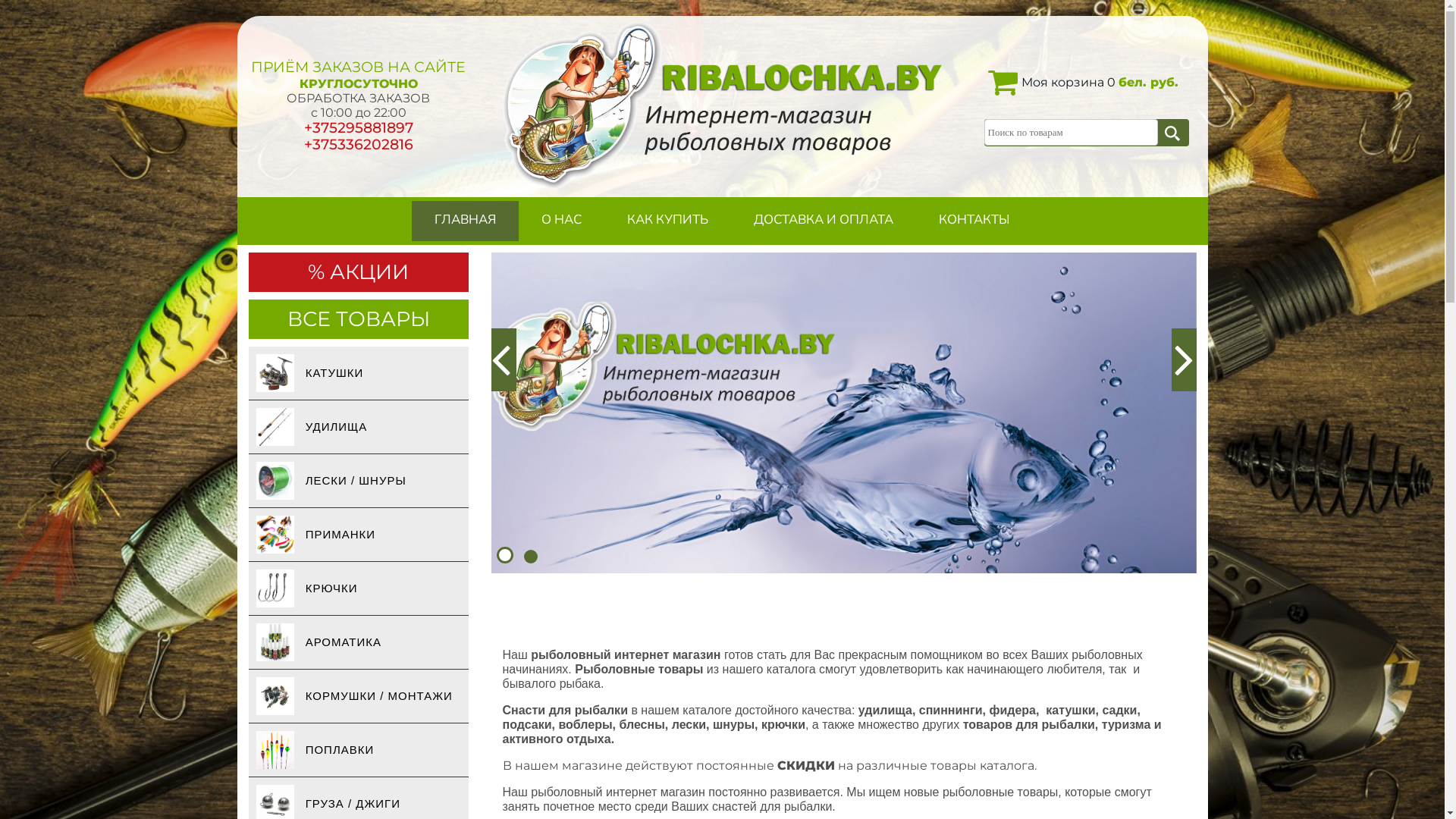  Describe the element at coordinates (356, 127) in the screenshot. I see `'+375295881897'` at that location.